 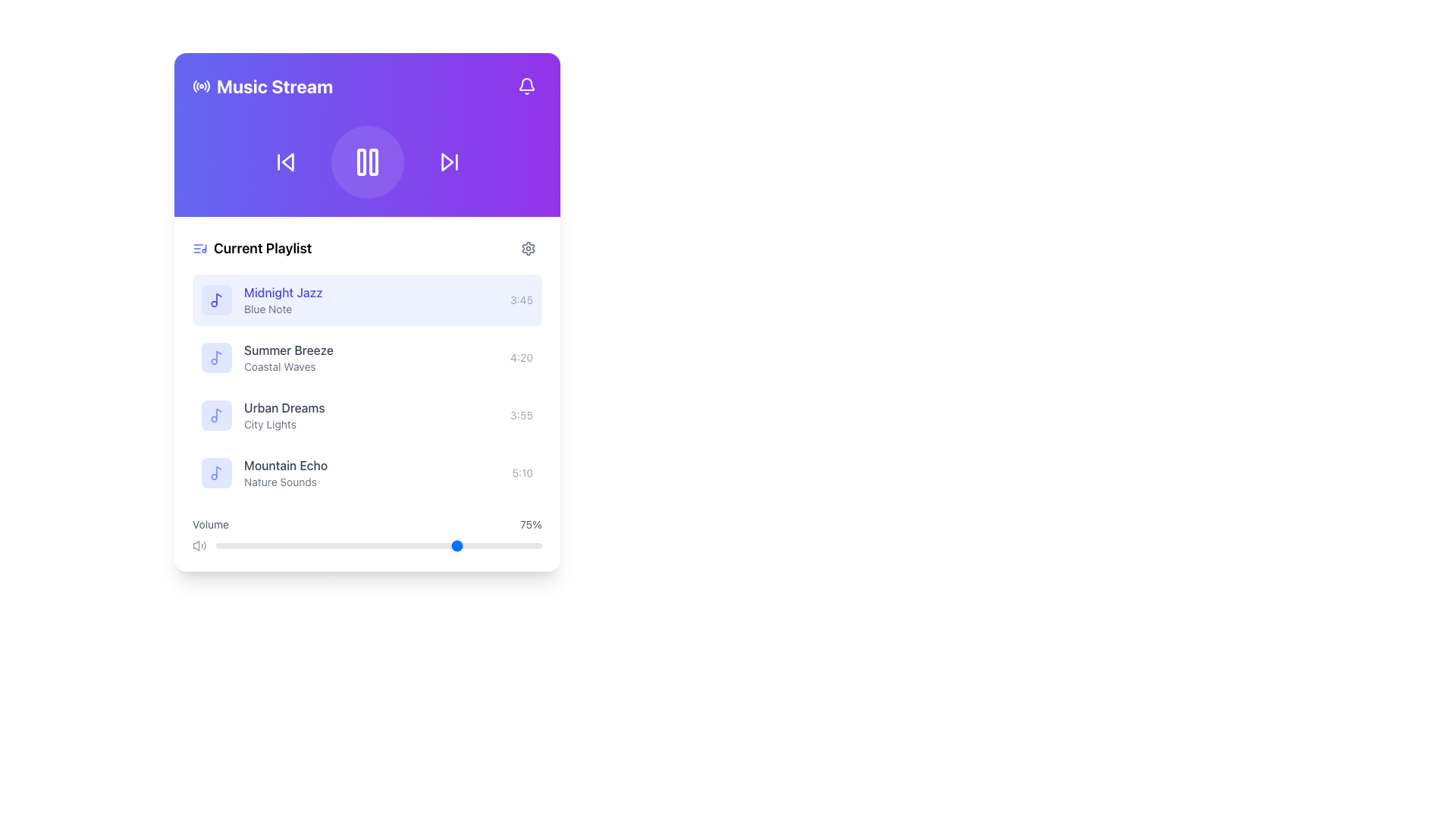 What do you see at coordinates (367, 523) in the screenshot?
I see `the label displaying 'Volume' and '75%' located at the bottom of the 'Current Playlist' section, just above the volume slider` at bounding box center [367, 523].